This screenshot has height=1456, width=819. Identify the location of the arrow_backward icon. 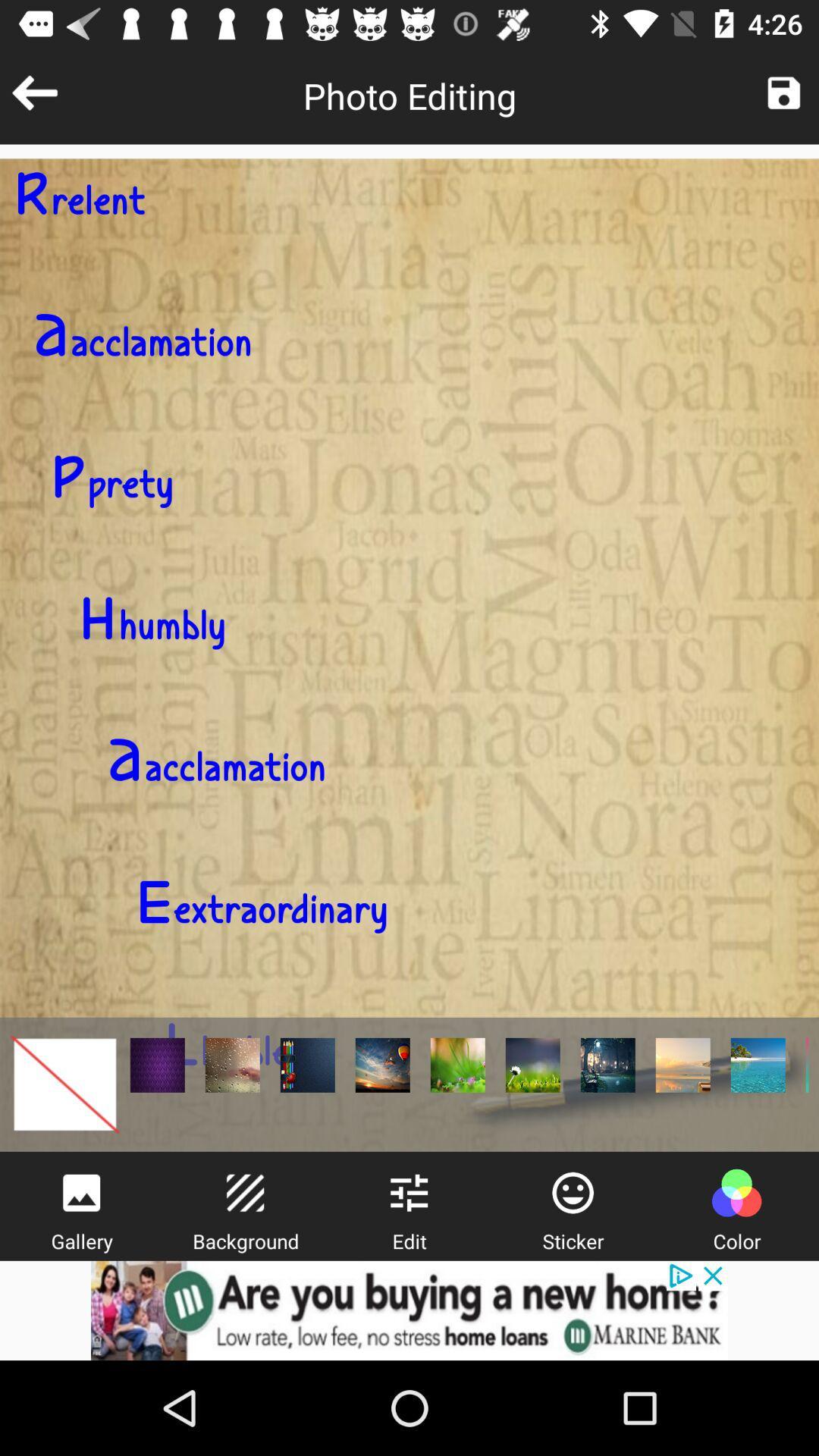
(34, 92).